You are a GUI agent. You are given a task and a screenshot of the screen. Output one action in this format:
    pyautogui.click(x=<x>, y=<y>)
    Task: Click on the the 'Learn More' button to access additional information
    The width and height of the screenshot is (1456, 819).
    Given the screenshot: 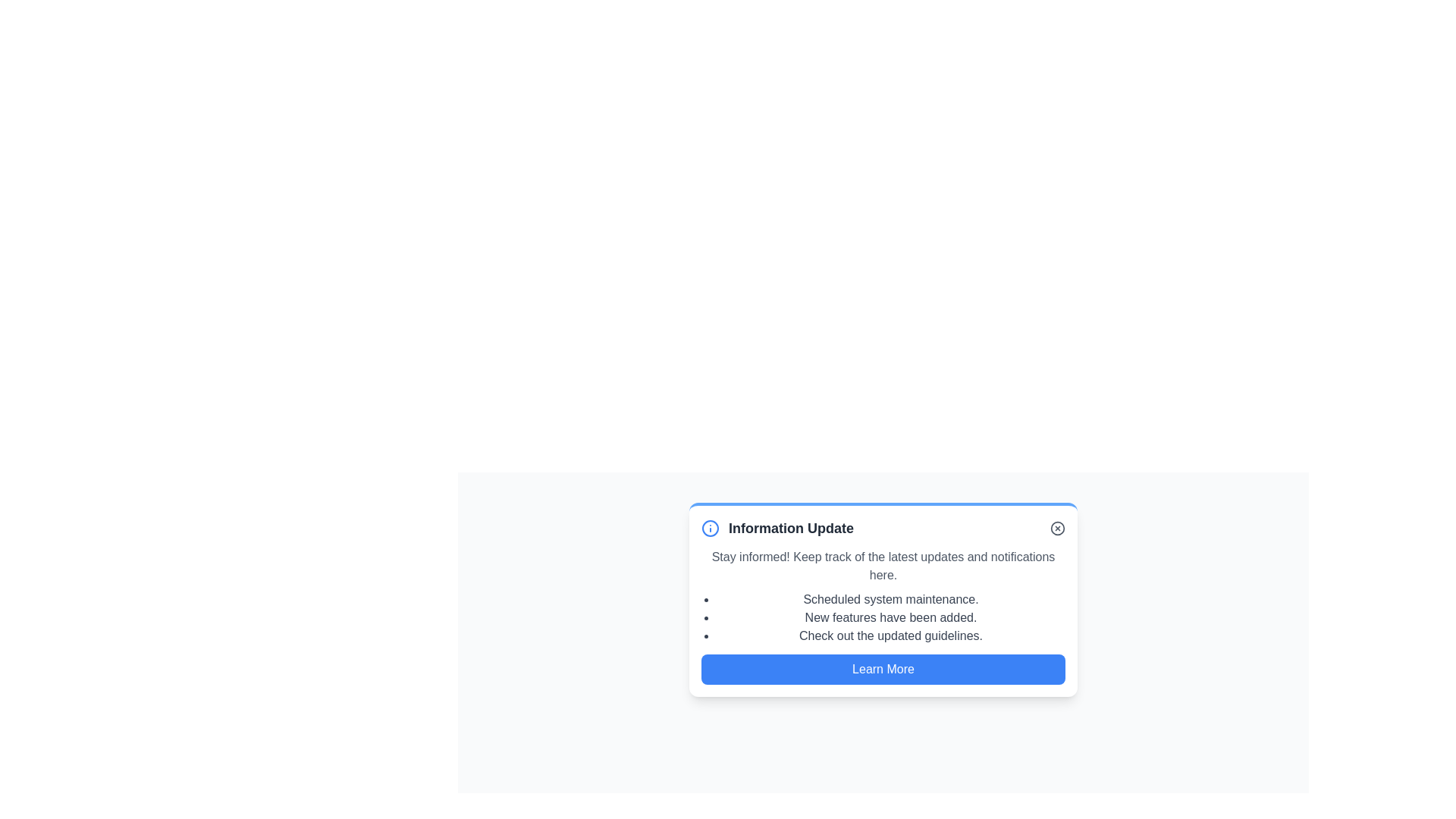 What is the action you would take?
    pyautogui.click(x=883, y=669)
    